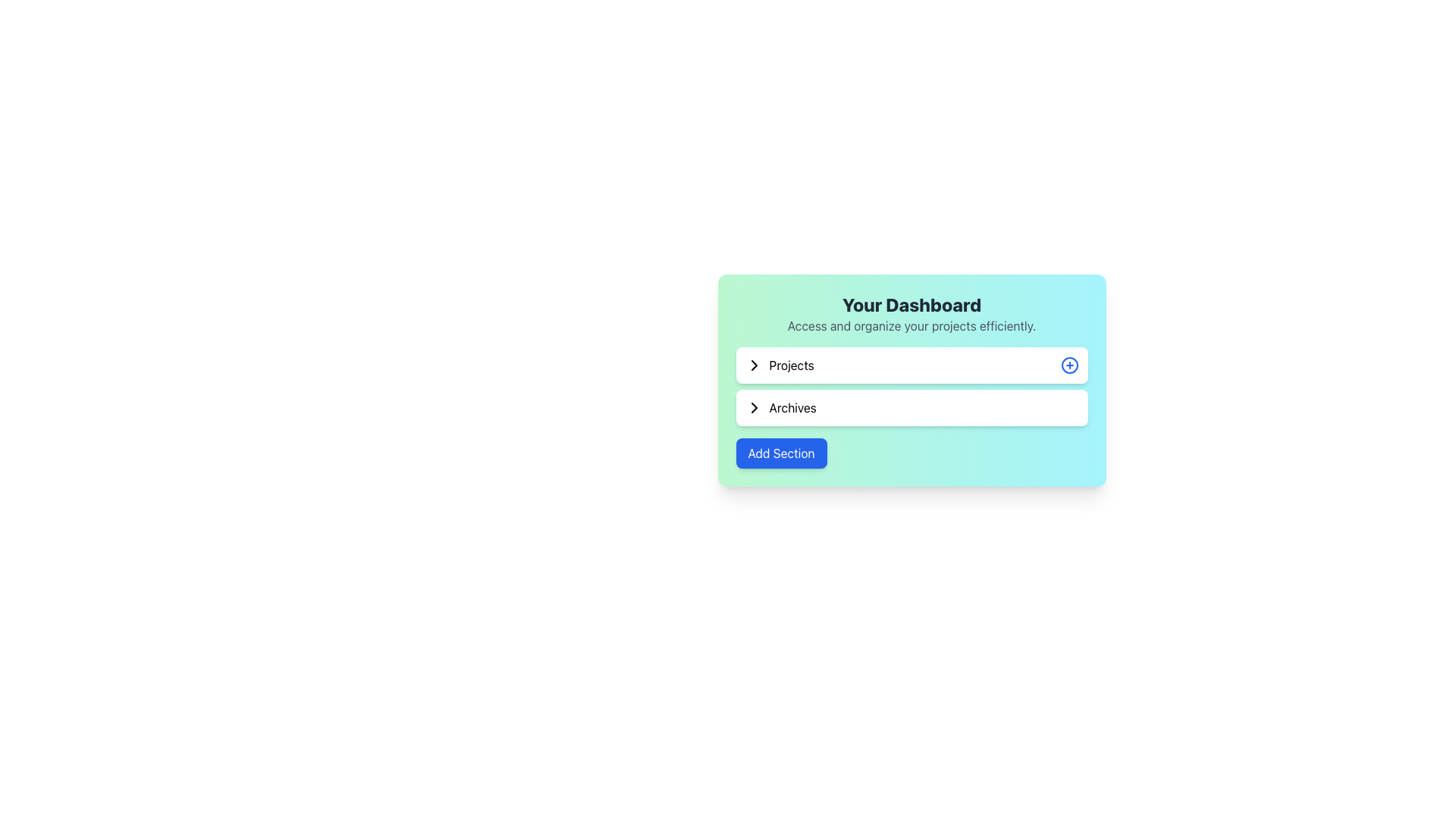  What do you see at coordinates (780, 406) in the screenshot?
I see `the 'Archives' label with a left-pointing chevron icon, located under 'Your Dashboard'` at bounding box center [780, 406].